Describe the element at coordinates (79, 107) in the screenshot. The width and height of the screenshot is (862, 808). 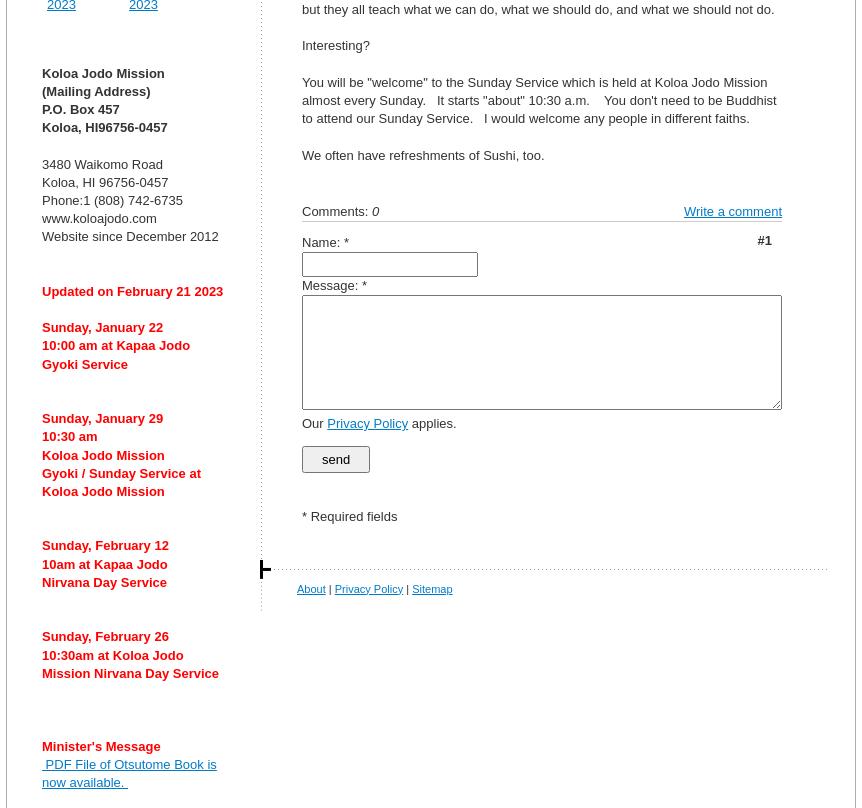
I see `'P.O. Box 457'` at that location.